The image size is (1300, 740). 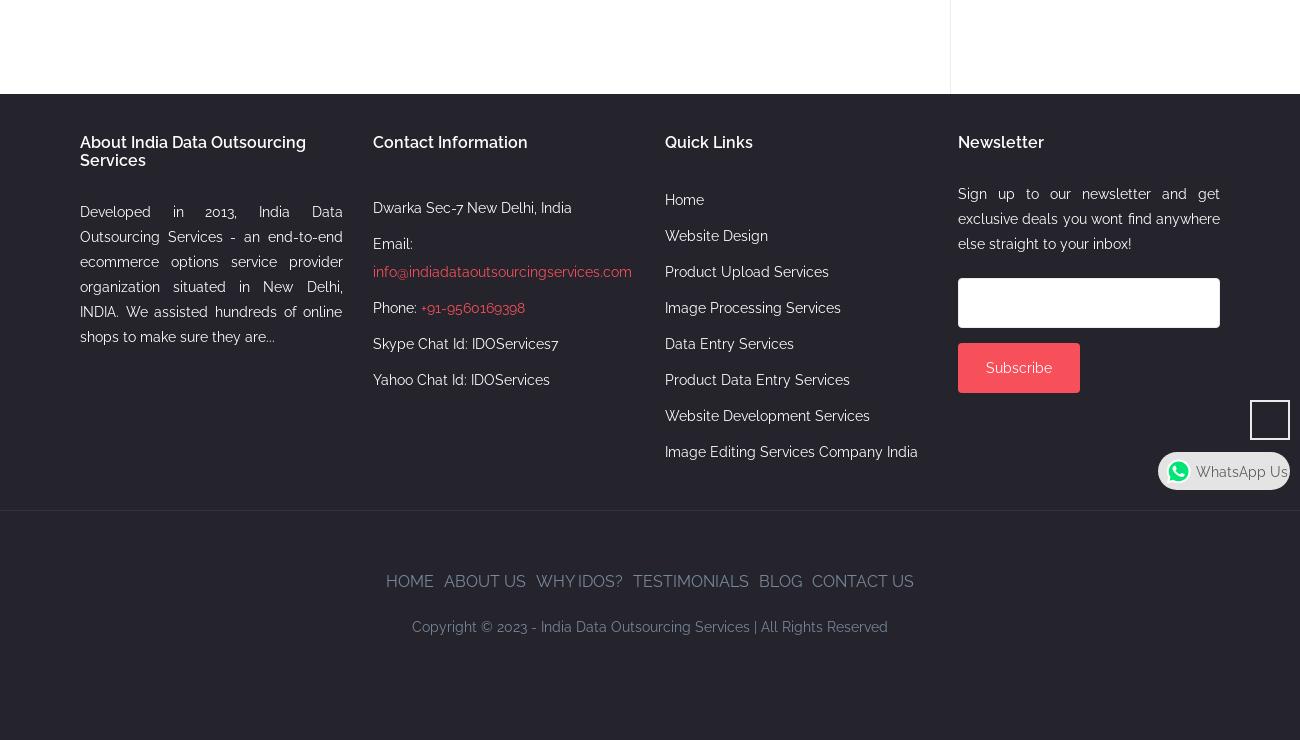 What do you see at coordinates (391, 243) in the screenshot?
I see `'Email:'` at bounding box center [391, 243].